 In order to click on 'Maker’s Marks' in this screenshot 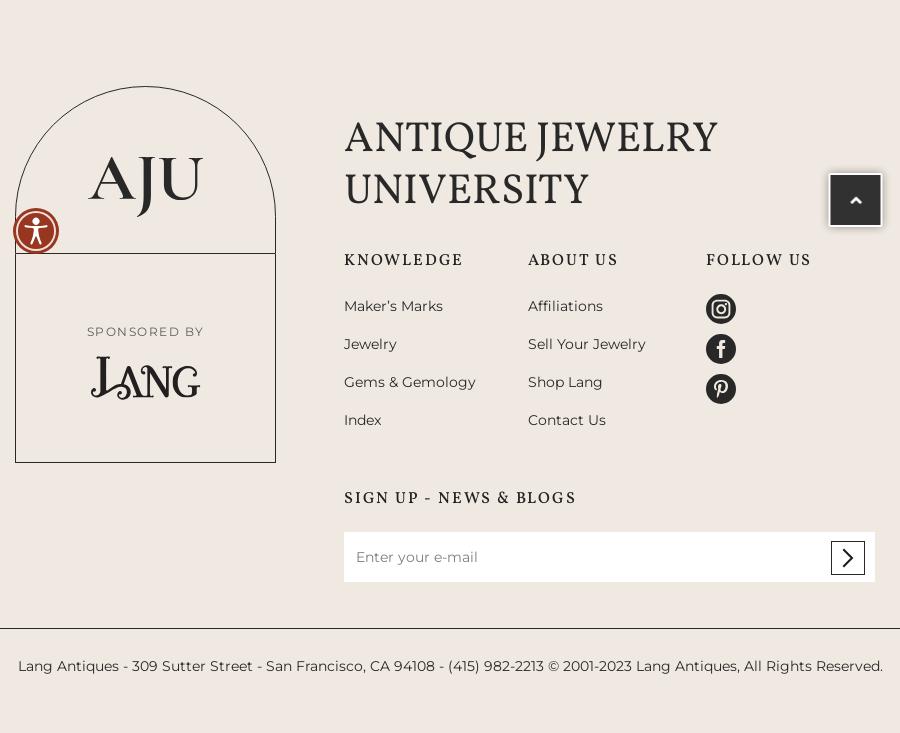, I will do `click(392, 305)`.